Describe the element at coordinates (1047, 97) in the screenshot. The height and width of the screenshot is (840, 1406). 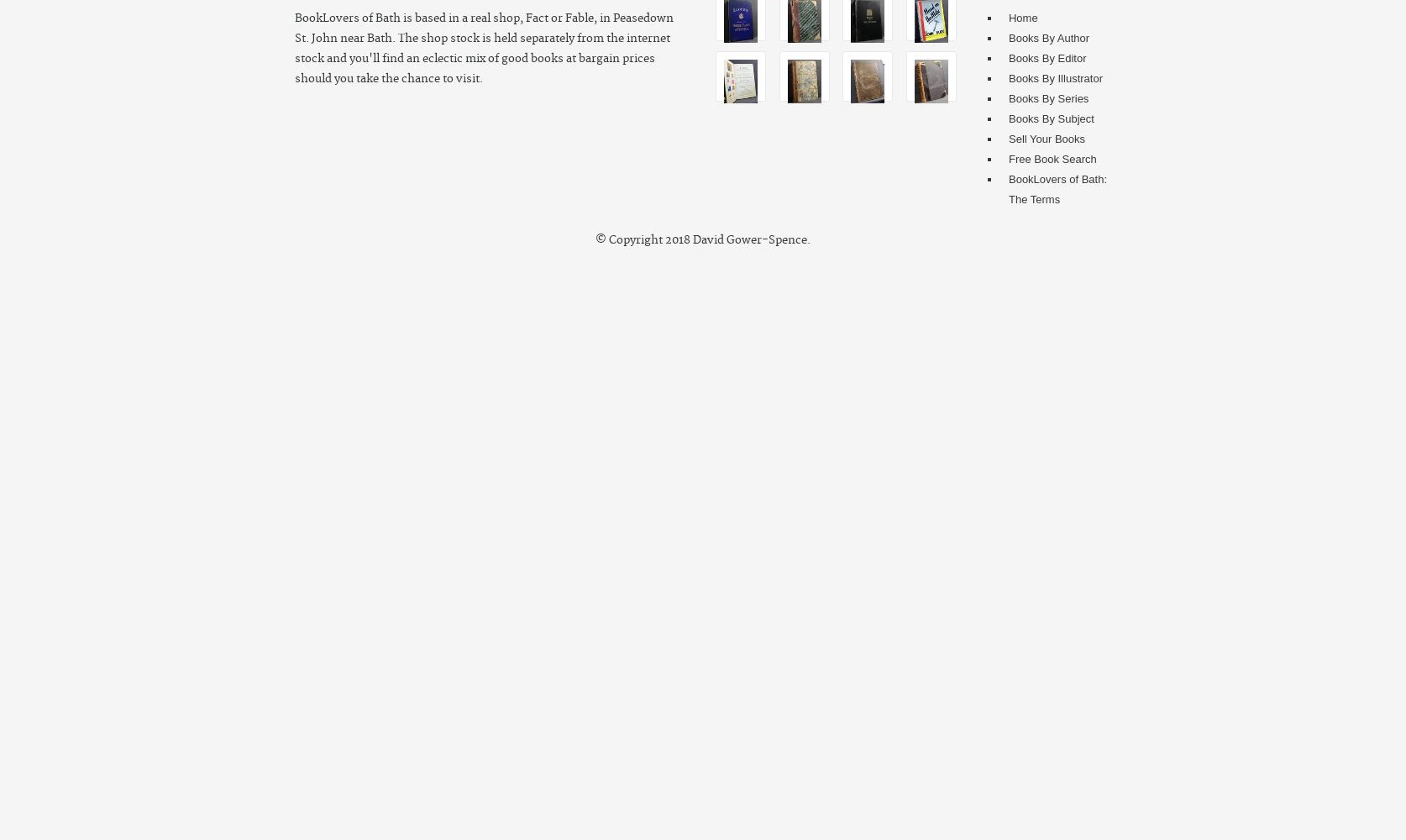
I see `'Books By Series'` at that location.